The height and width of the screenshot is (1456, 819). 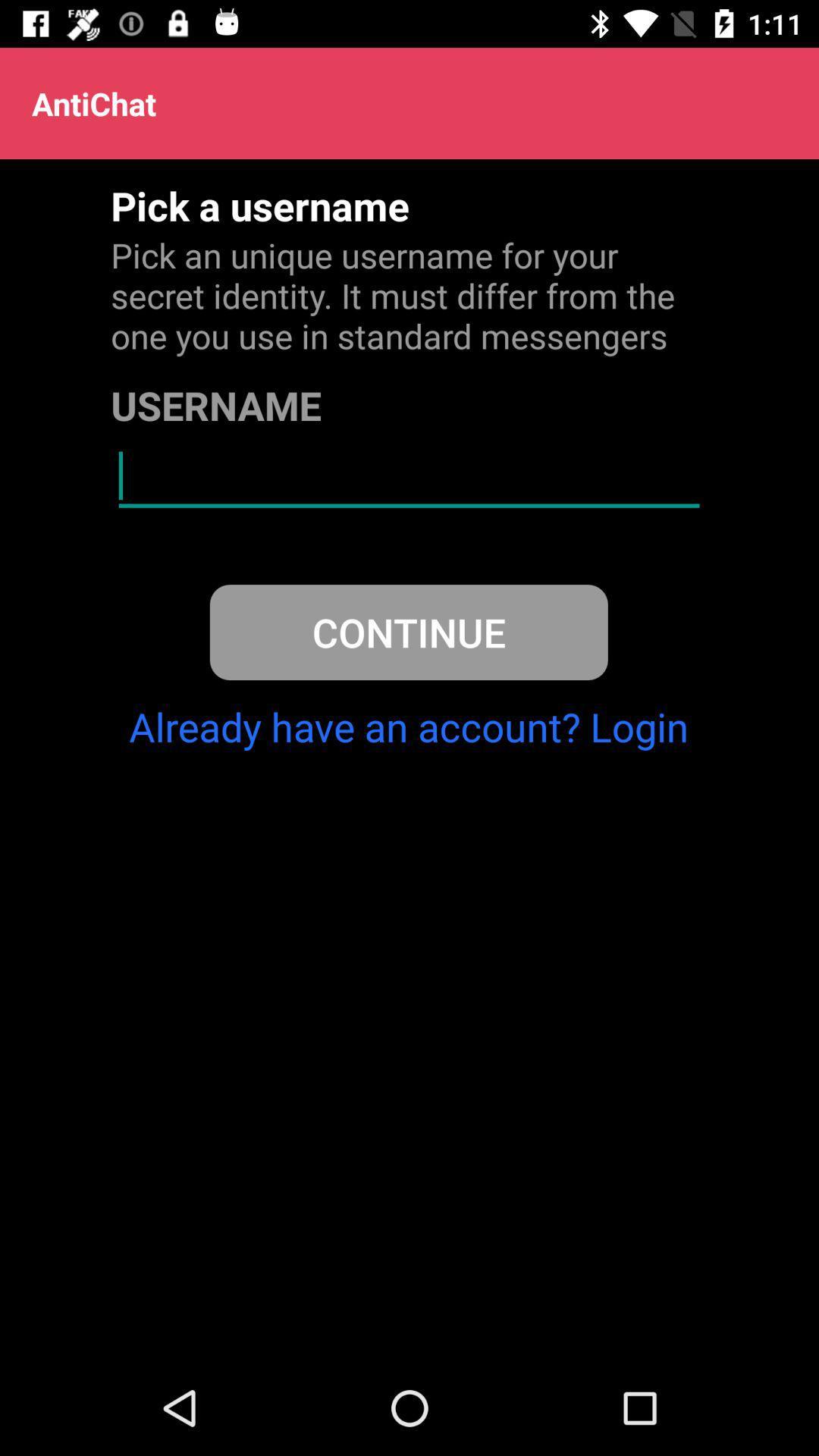 I want to click on icon below the username item, so click(x=408, y=475).